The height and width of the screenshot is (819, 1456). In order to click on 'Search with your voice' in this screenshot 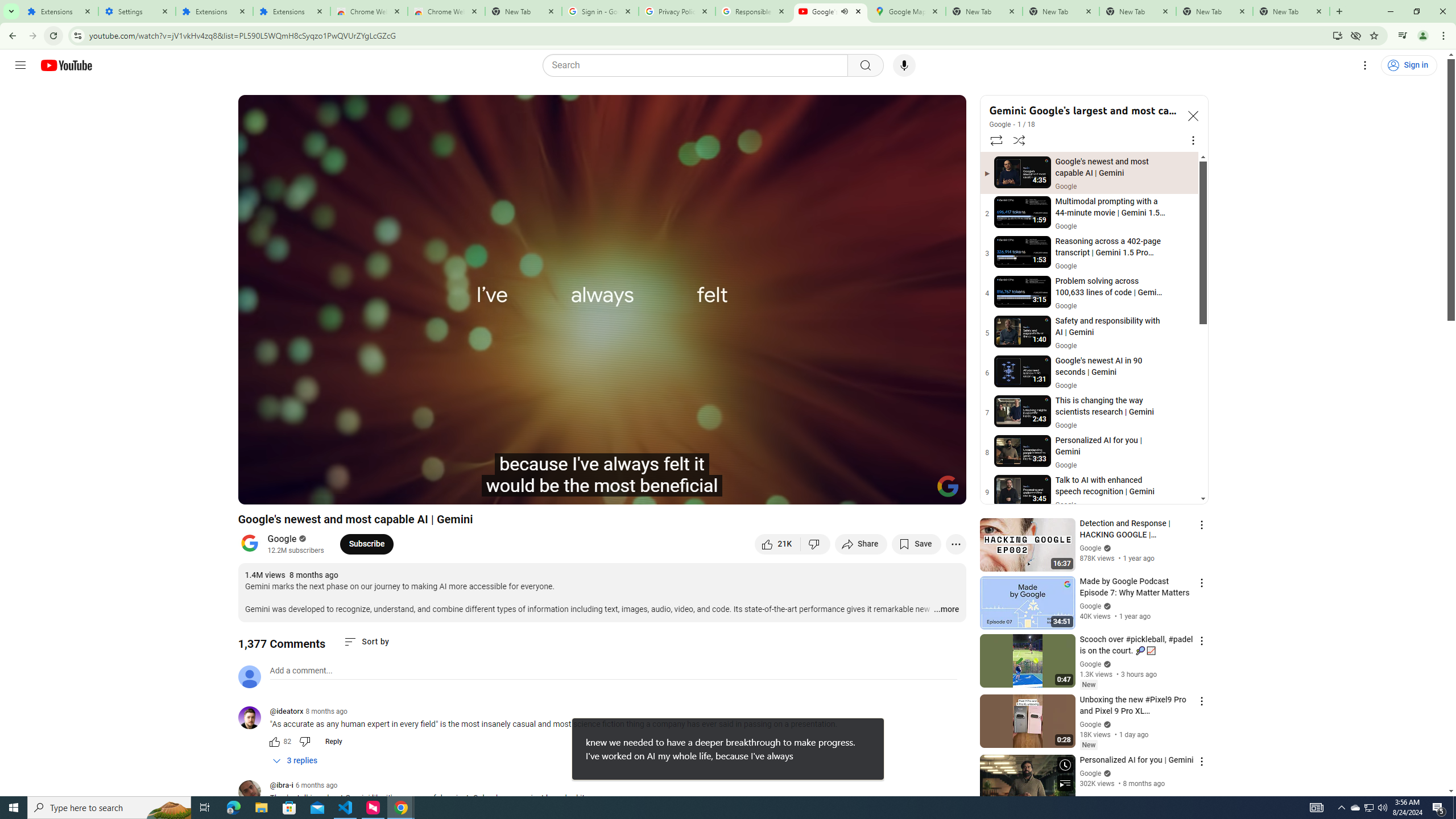, I will do `click(904, 65)`.